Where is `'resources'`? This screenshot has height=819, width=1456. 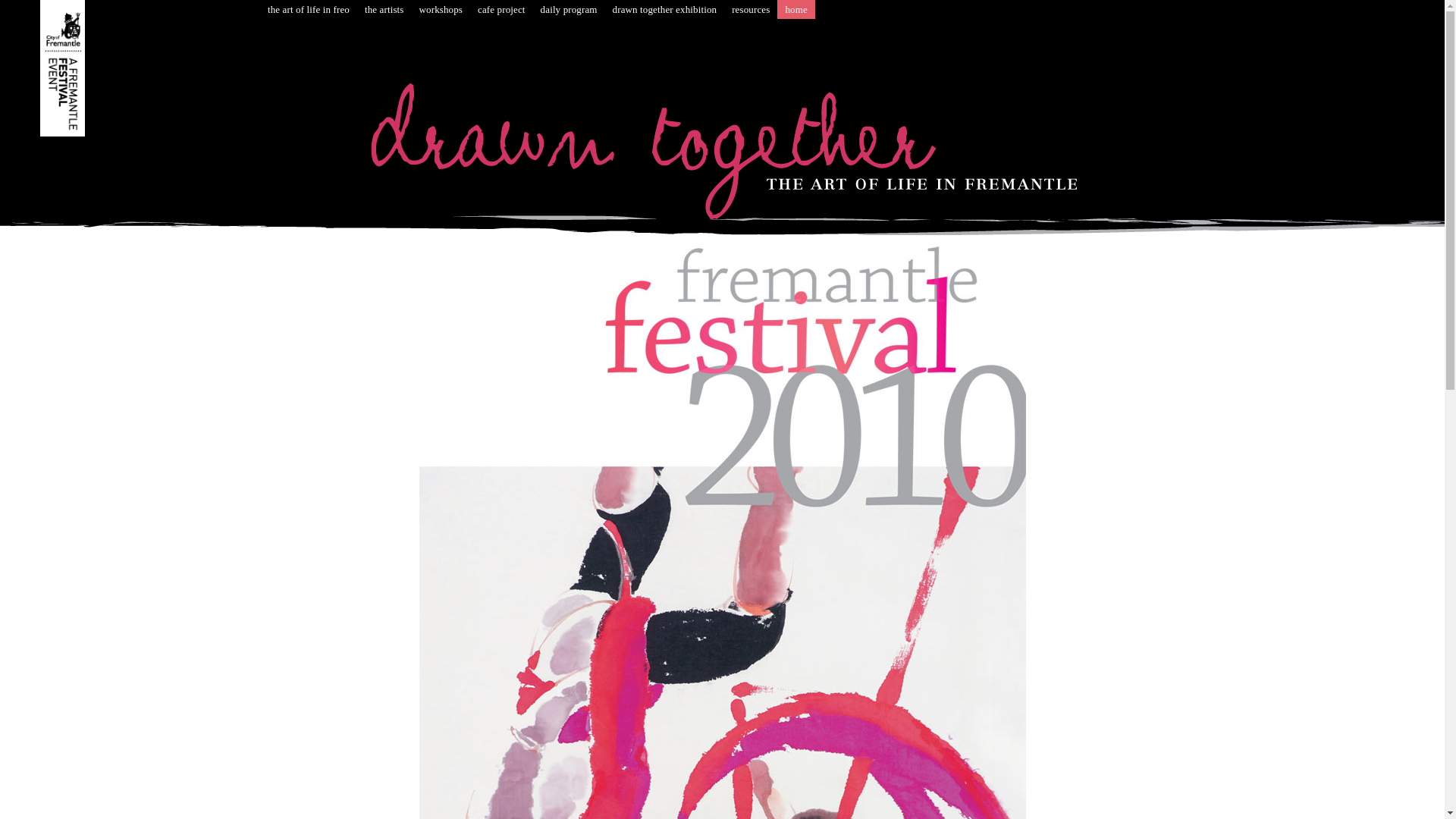 'resources' is located at coordinates (723, 9).